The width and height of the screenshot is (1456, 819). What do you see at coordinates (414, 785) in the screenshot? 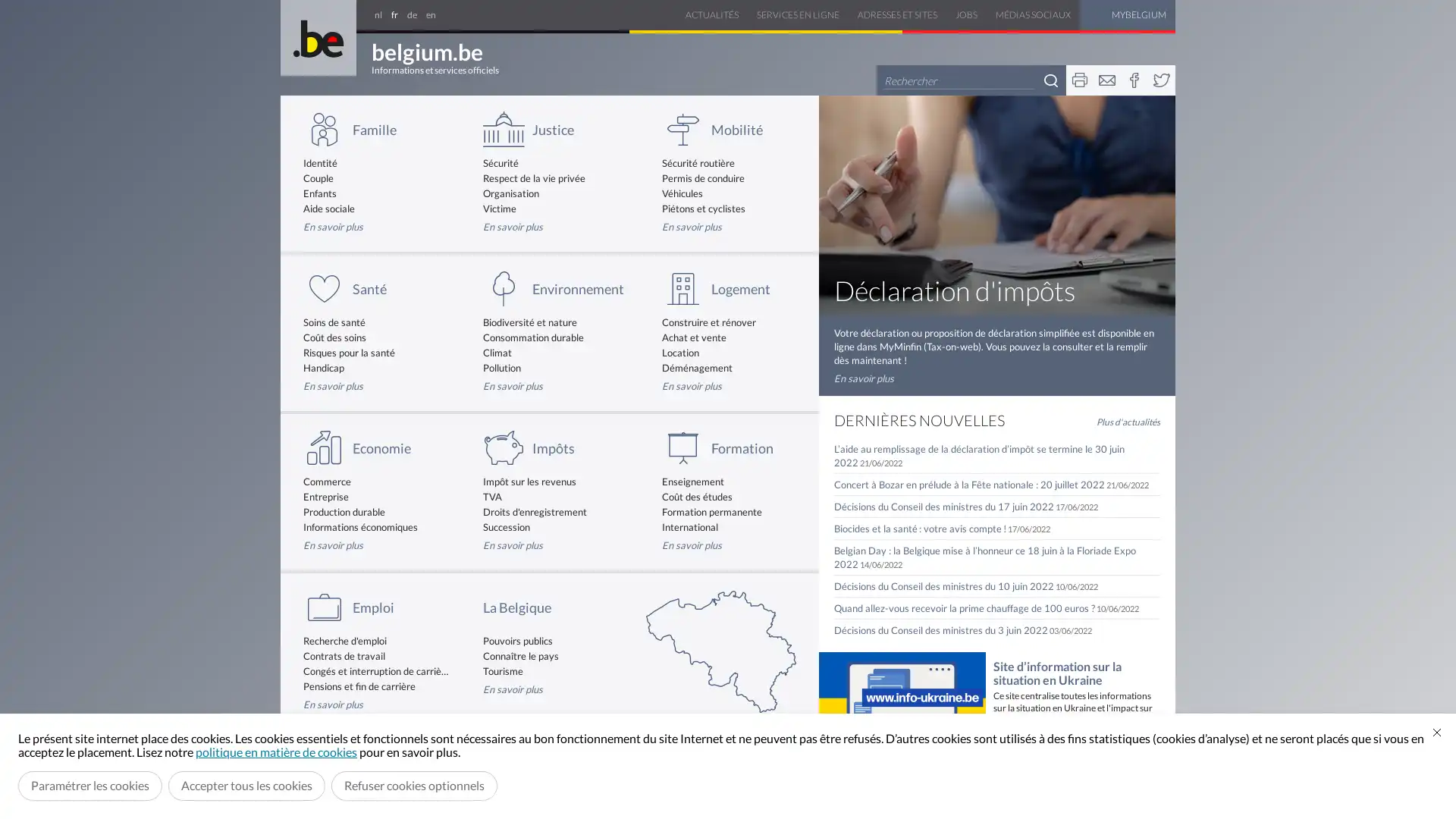
I see `Refuser cookies optionnels` at bounding box center [414, 785].